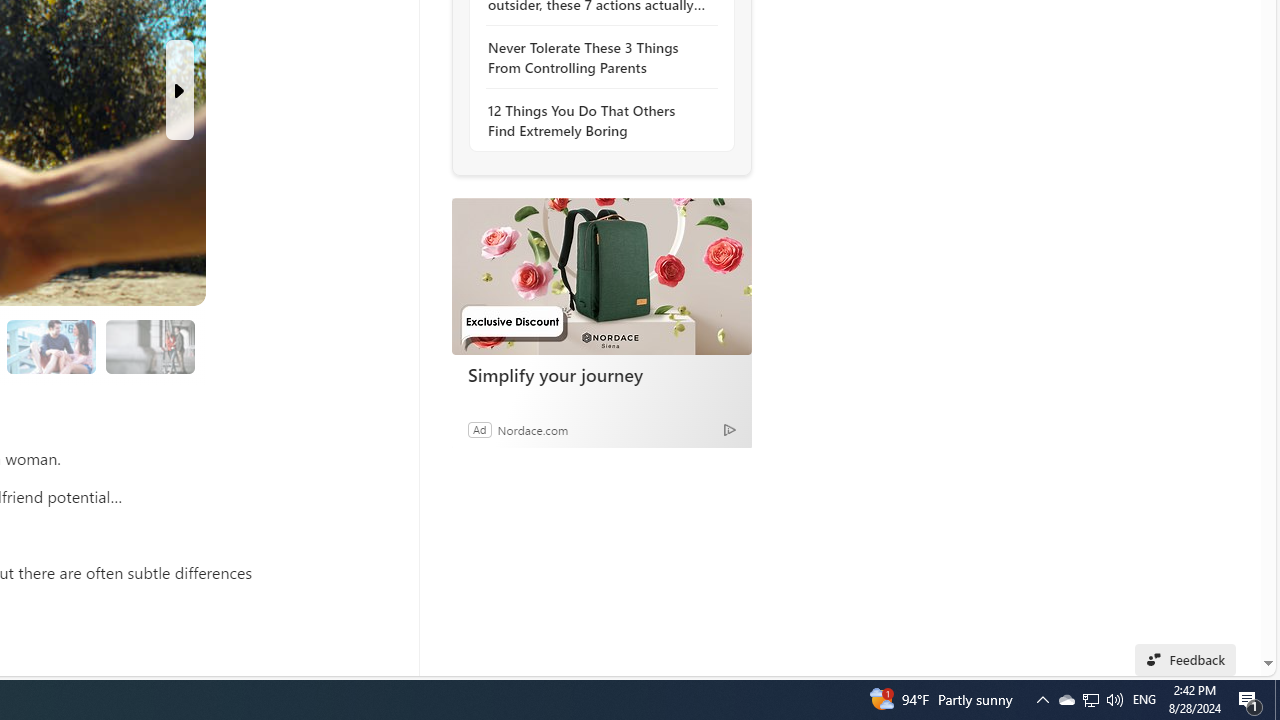  I want to click on 'Class: progress', so click(149, 342).